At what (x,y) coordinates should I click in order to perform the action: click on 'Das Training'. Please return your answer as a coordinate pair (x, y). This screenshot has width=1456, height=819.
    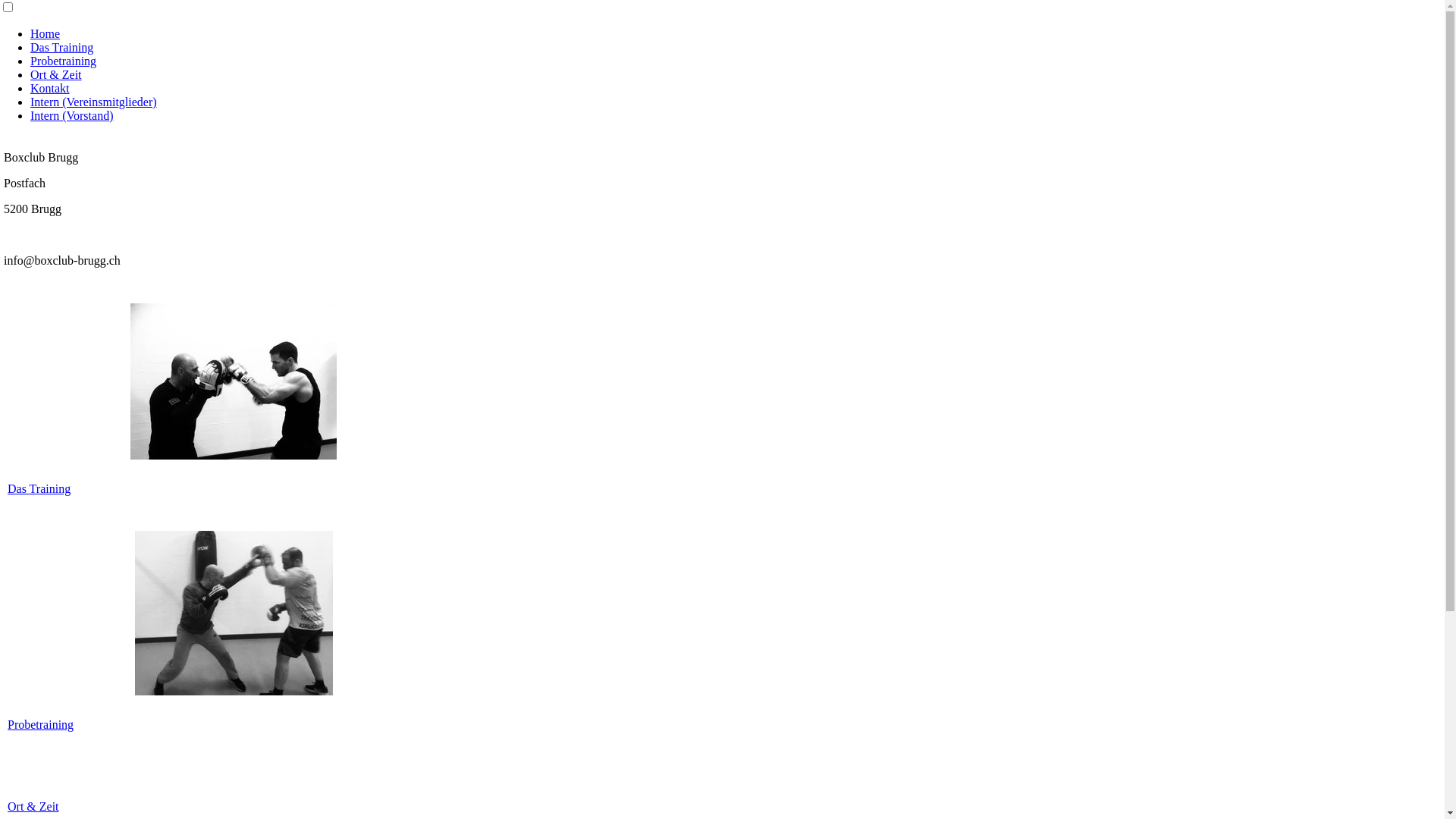
    Looking at the image, I should click on (39, 488).